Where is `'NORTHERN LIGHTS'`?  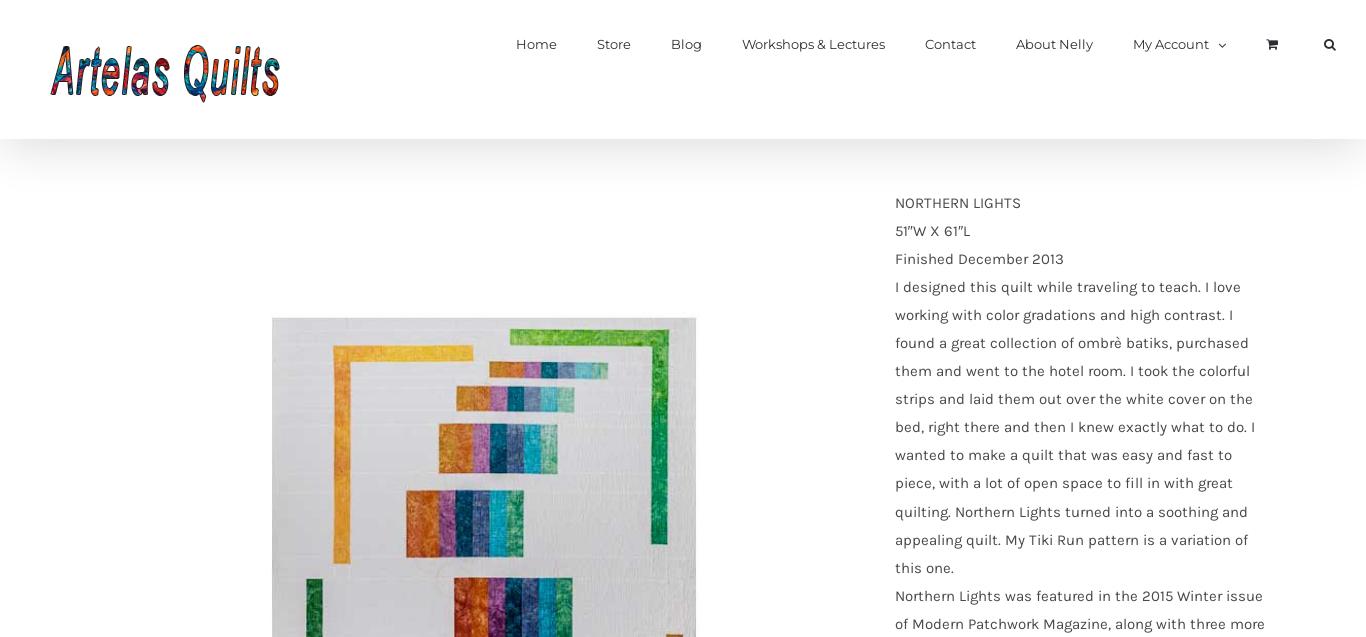 'NORTHERN LIGHTS' is located at coordinates (957, 203).